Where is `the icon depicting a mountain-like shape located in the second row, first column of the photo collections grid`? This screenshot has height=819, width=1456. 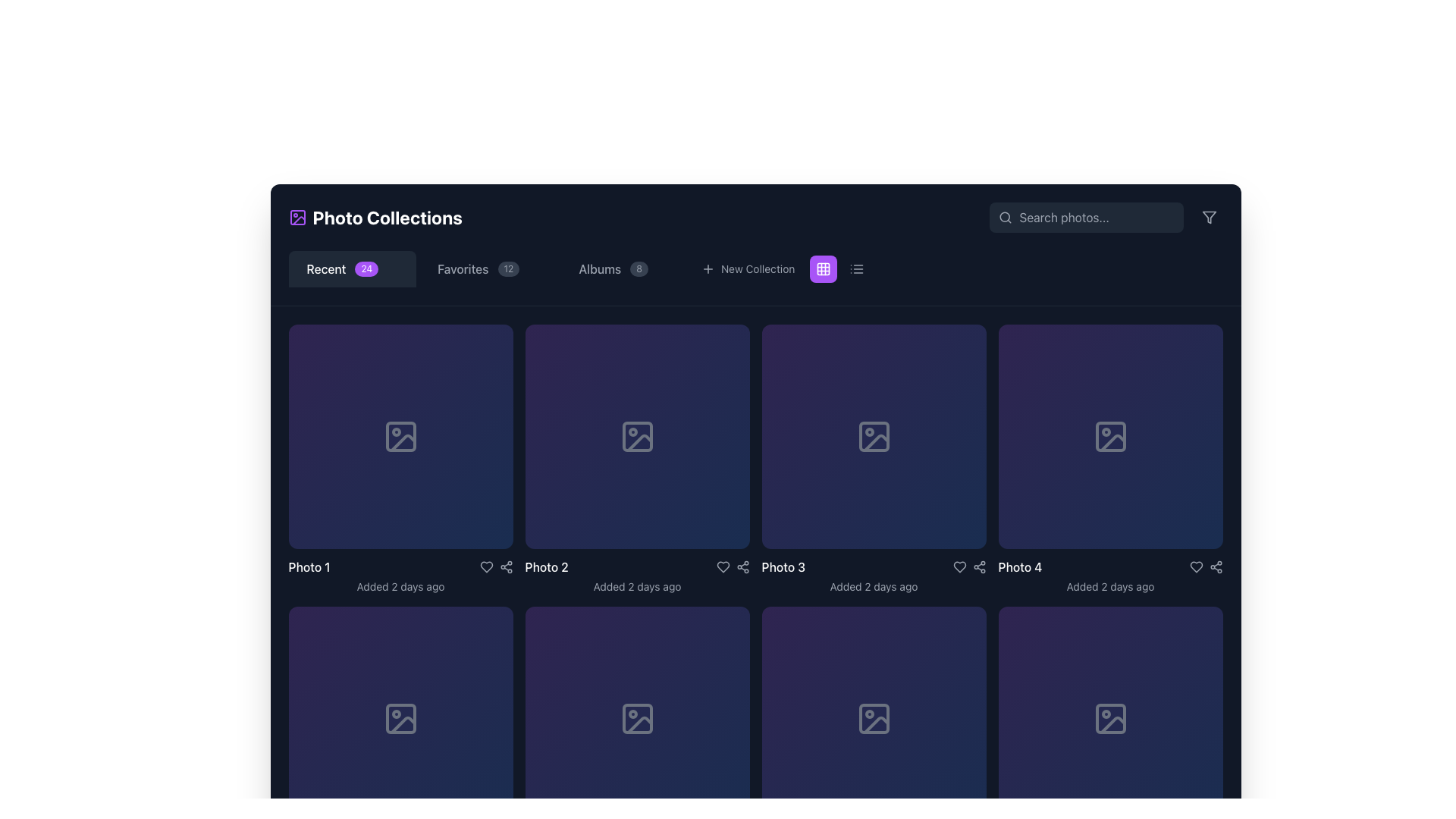
the icon depicting a mountain-like shape located in the second row, first column of the photo collections grid is located at coordinates (400, 718).